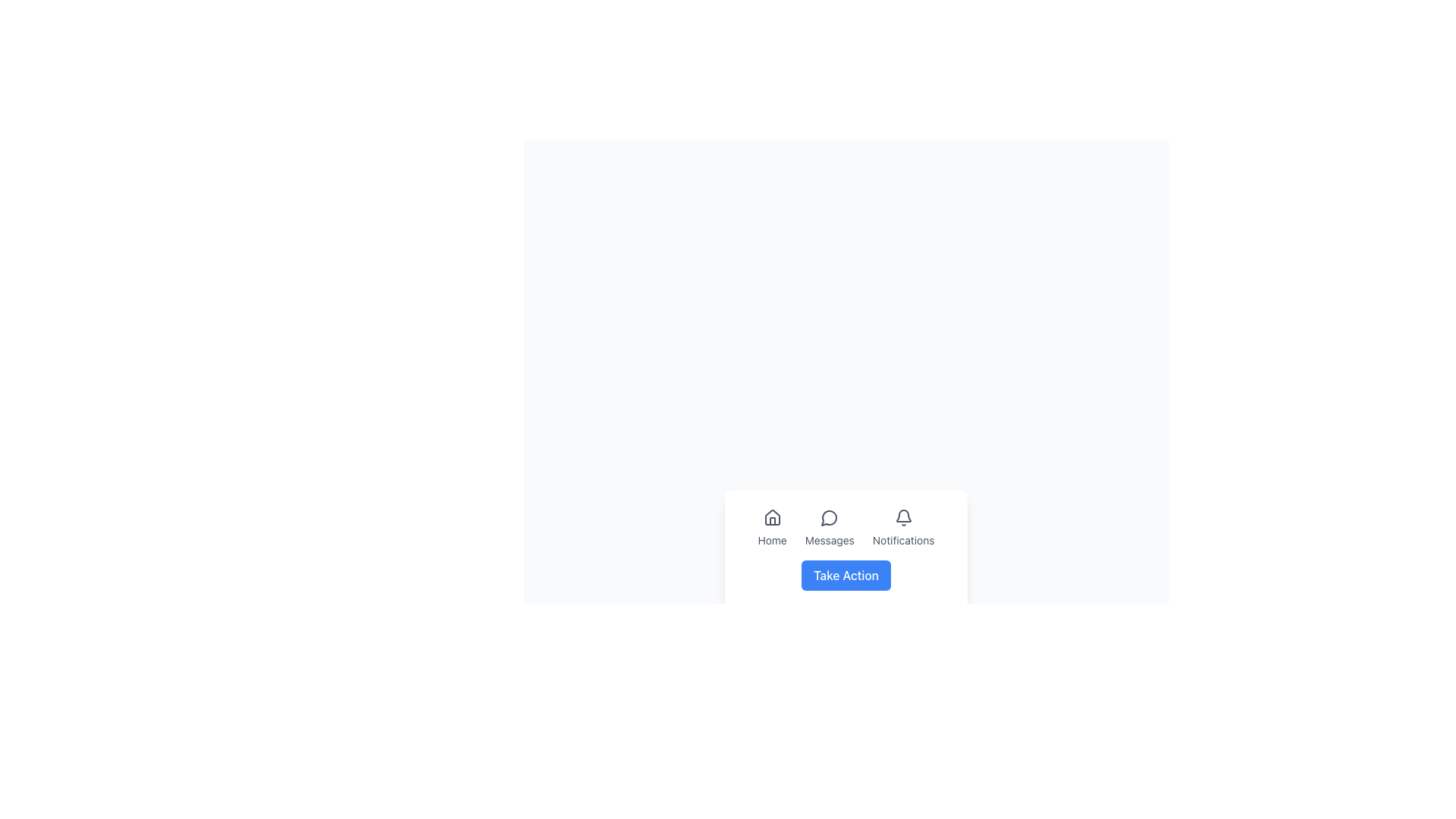  What do you see at coordinates (828, 517) in the screenshot?
I see `vector graphic component of the circular speech bubble icon located in the bottom navigation bar, specifically the second icon from the left` at bounding box center [828, 517].